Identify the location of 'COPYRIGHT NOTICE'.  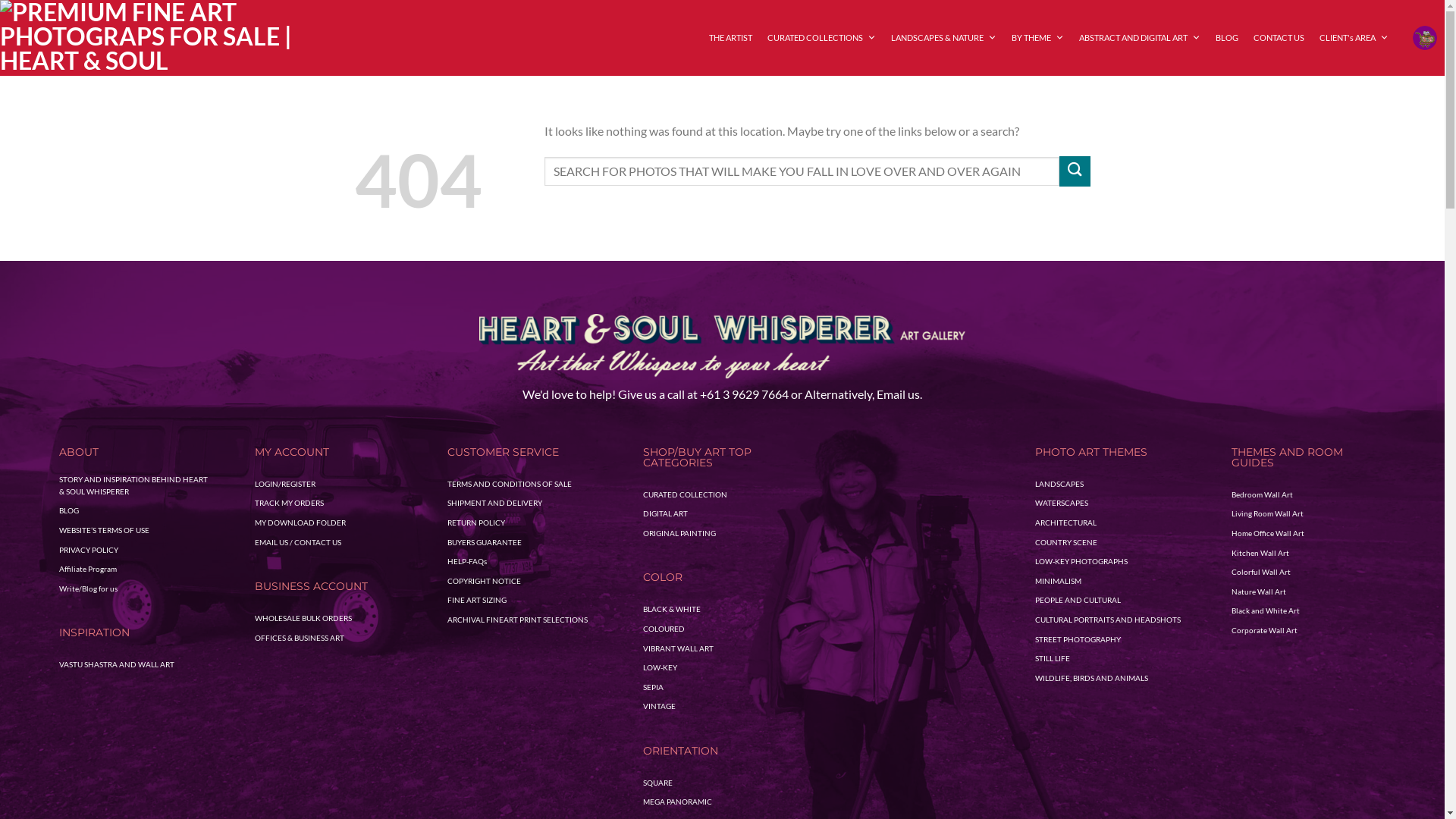
(483, 580).